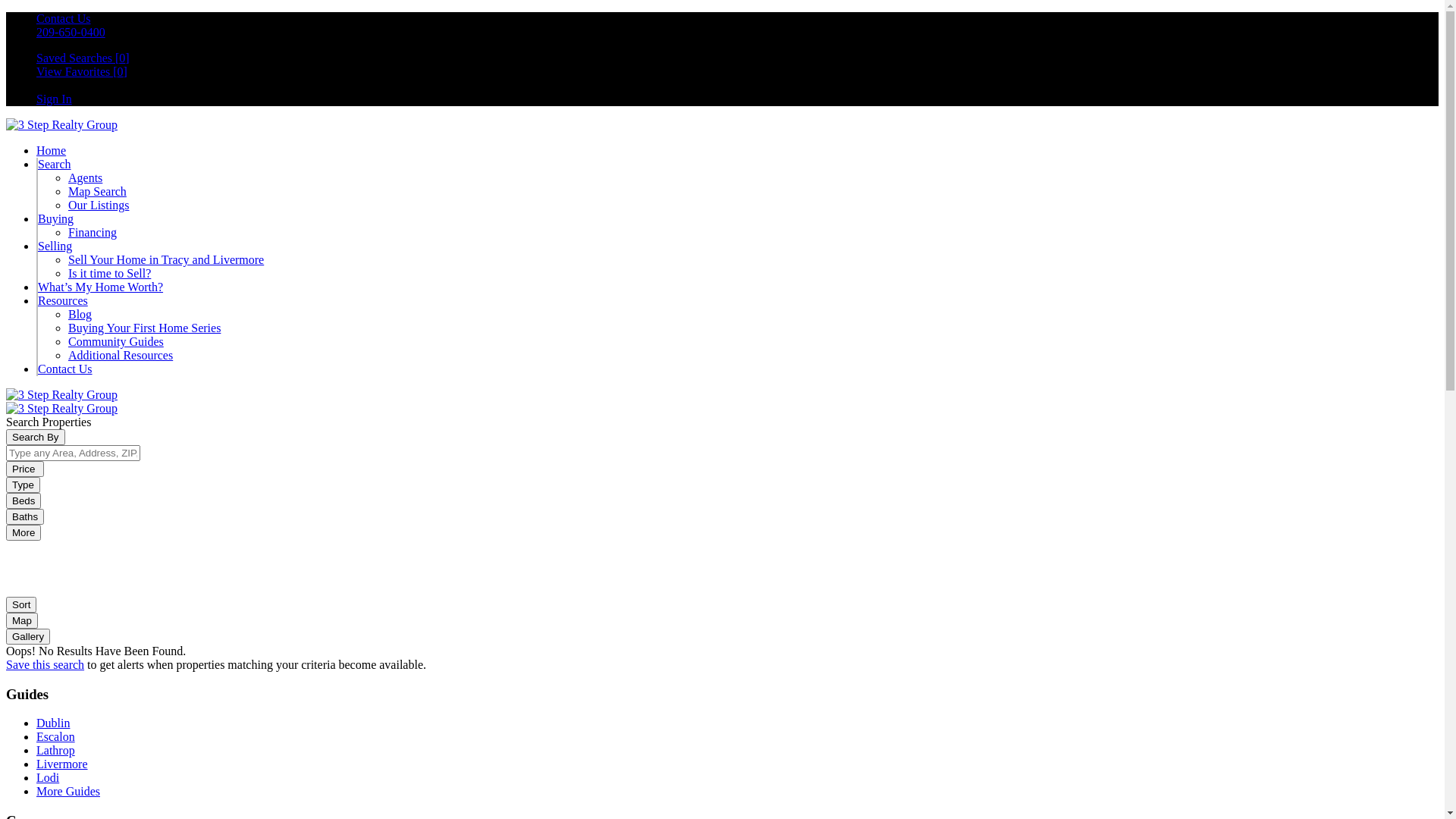 The image size is (1456, 819). What do you see at coordinates (6, 620) in the screenshot?
I see `'Map'` at bounding box center [6, 620].